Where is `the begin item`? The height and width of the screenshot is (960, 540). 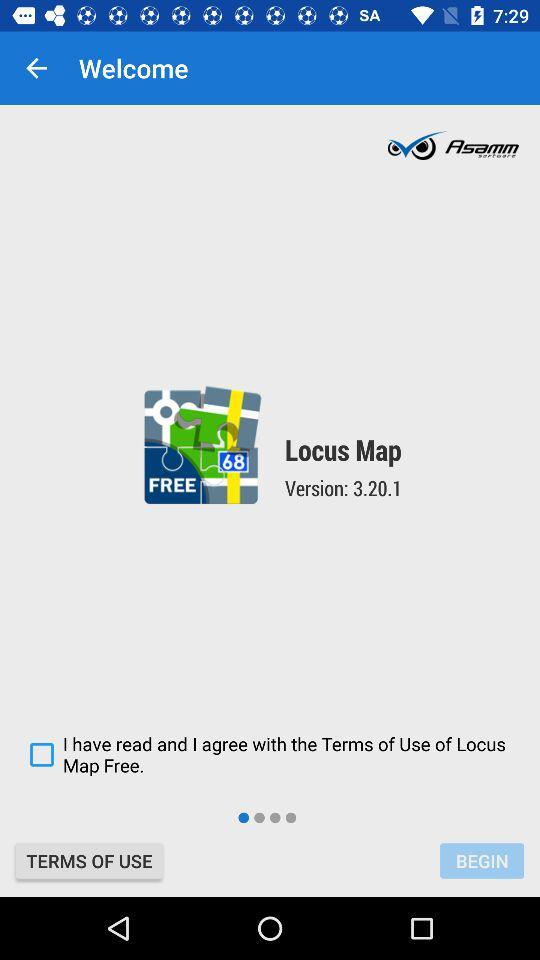
the begin item is located at coordinates (481, 860).